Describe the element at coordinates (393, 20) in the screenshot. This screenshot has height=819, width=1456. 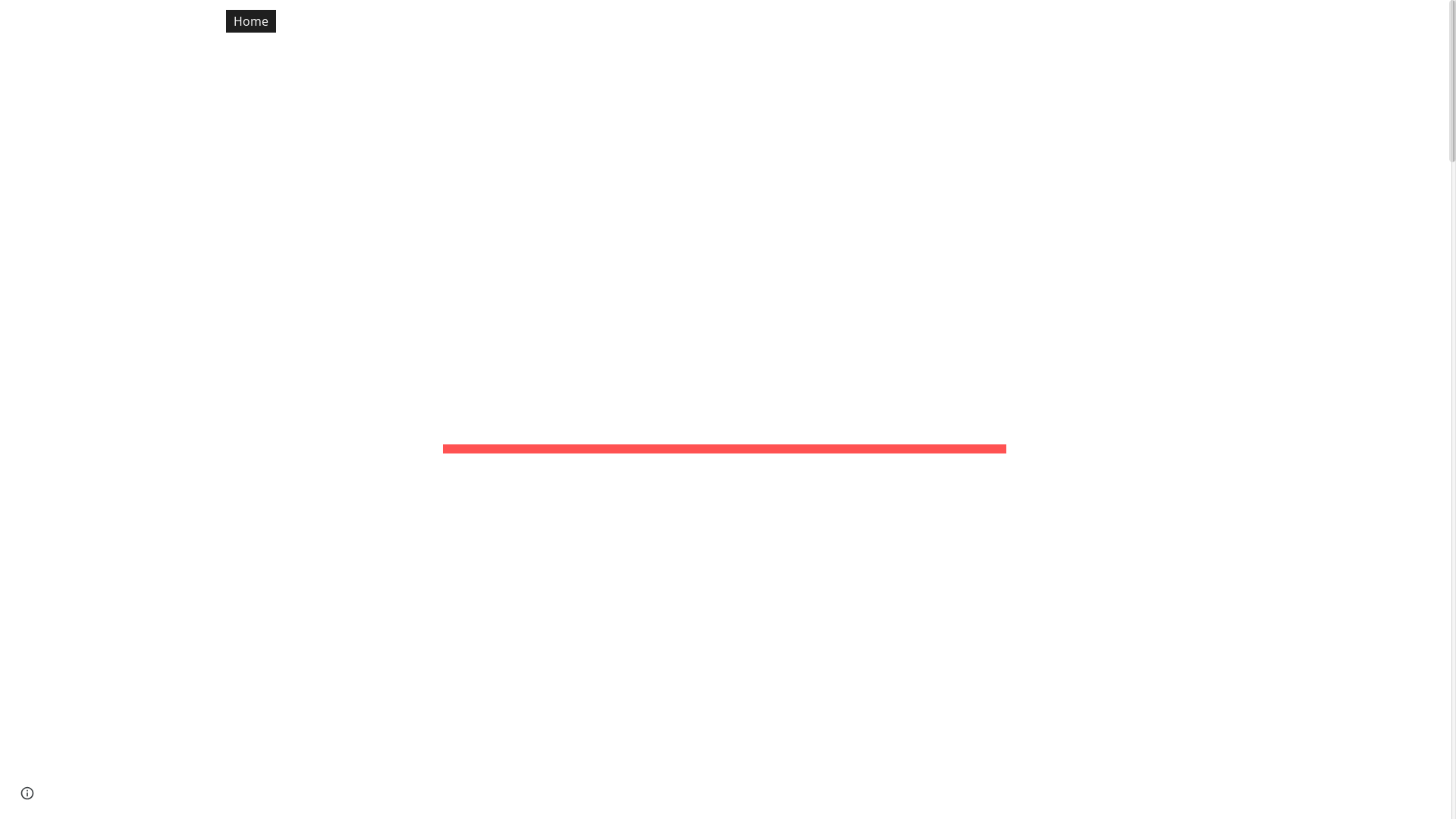
I see `'My Checklist'` at that location.